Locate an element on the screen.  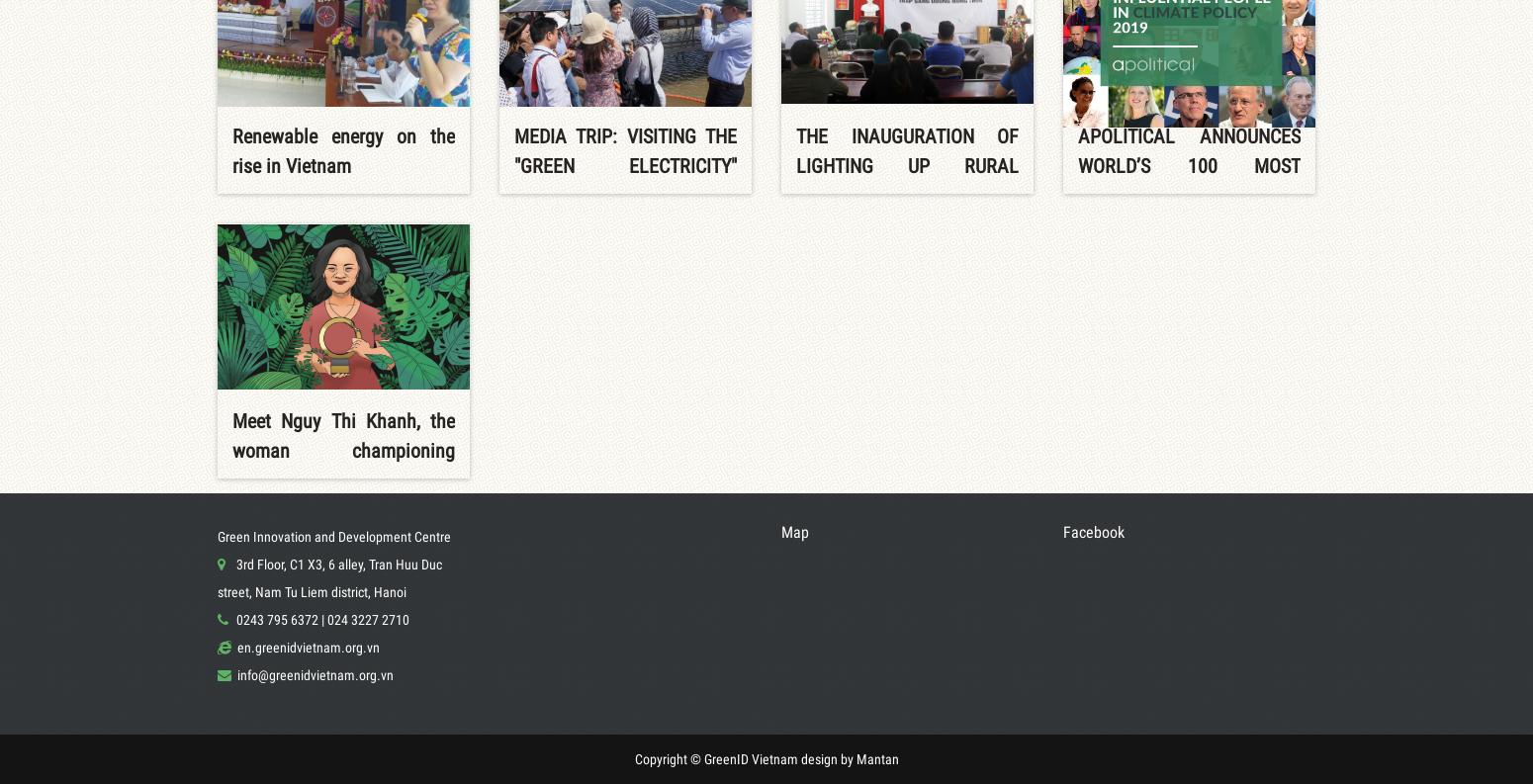
'Map' is located at coordinates (793, 530).